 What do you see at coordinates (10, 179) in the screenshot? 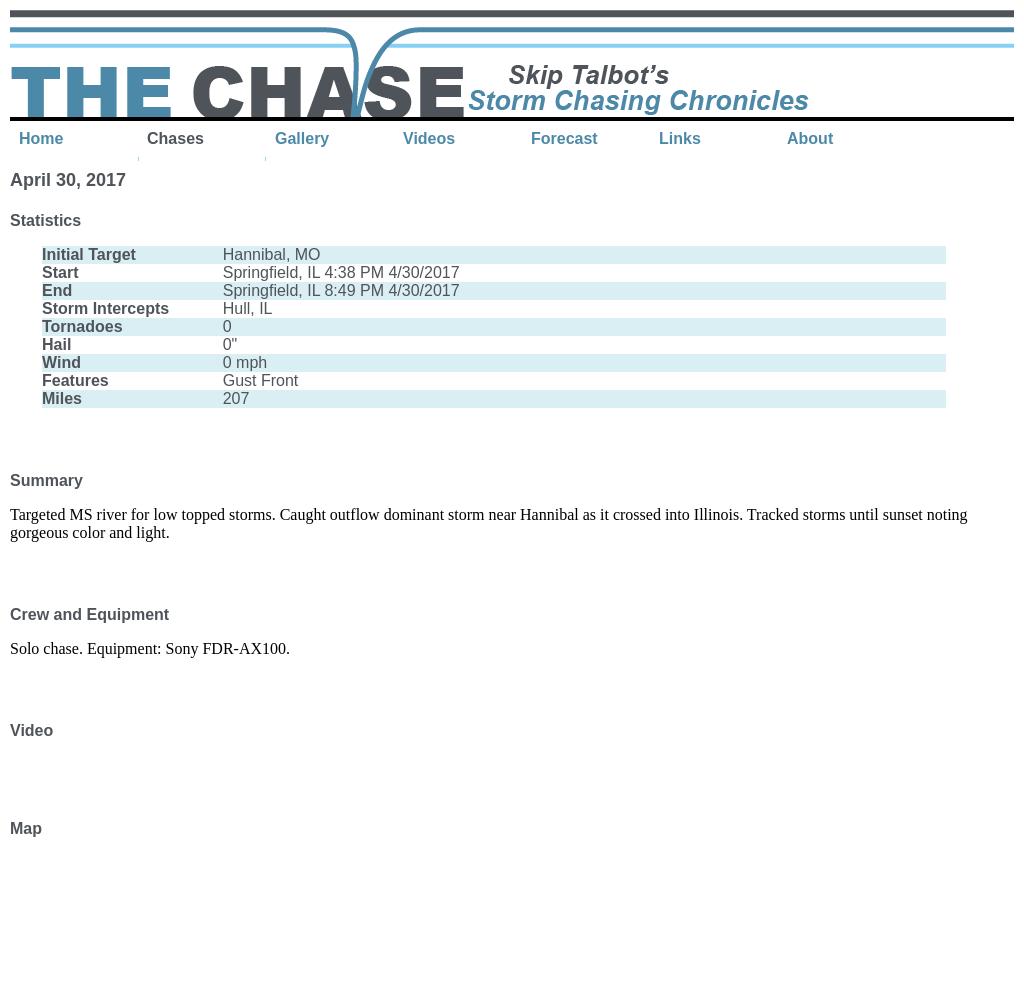
I see `'April 30, 2017'` at bounding box center [10, 179].